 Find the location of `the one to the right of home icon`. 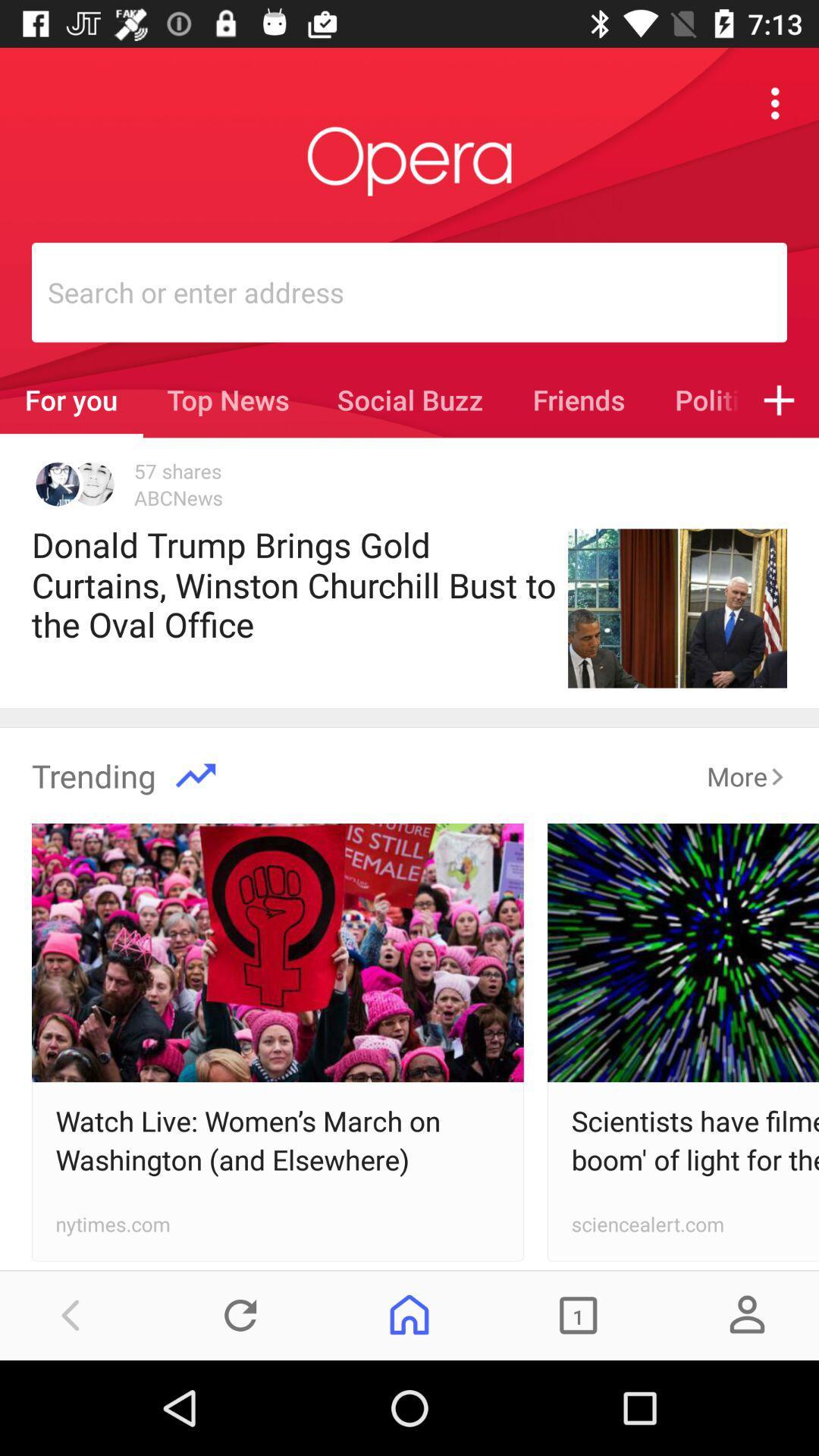

the one to the right of home icon is located at coordinates (578, 1314).